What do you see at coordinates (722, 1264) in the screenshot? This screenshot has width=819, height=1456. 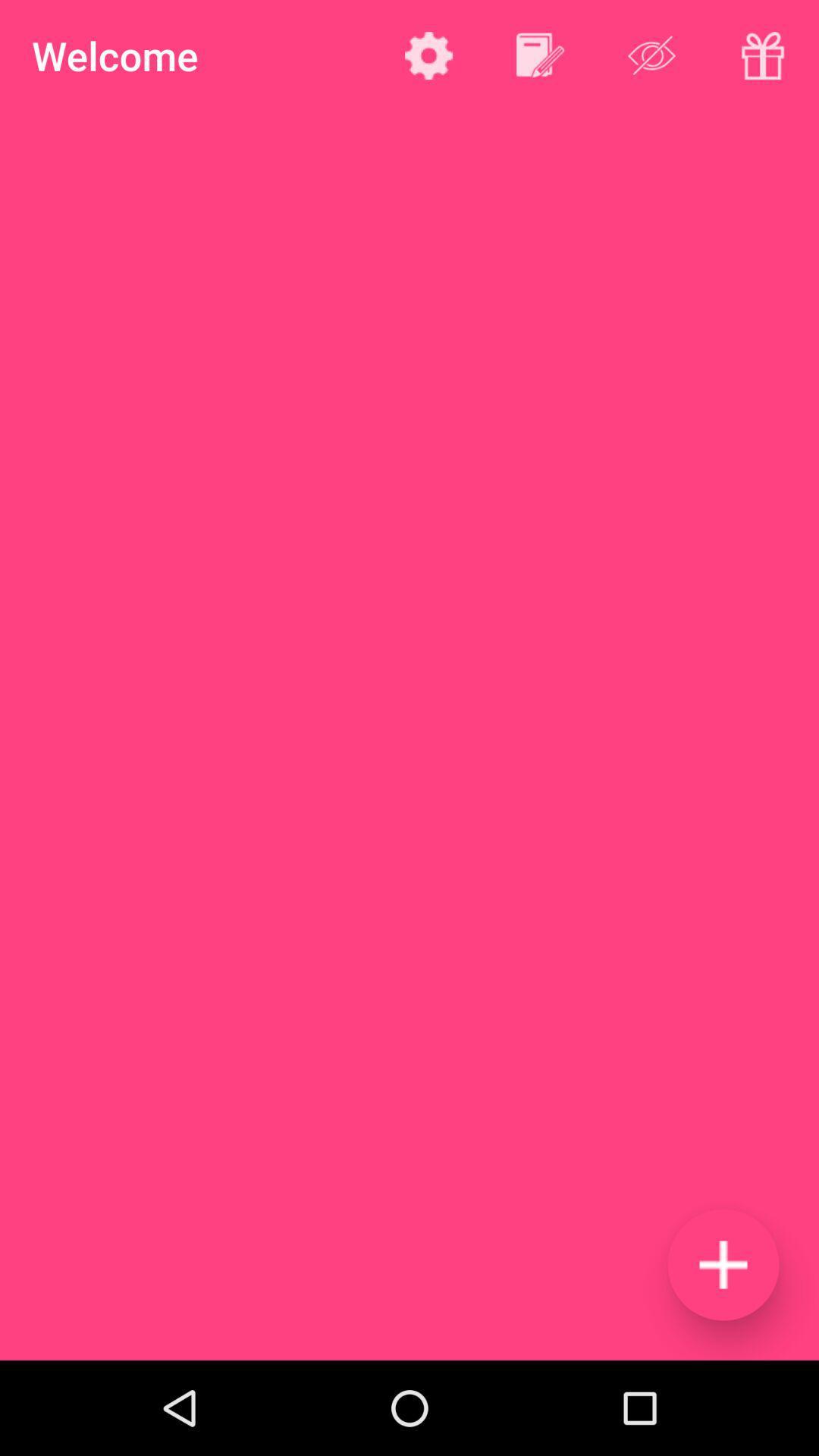 I see `a new item` at bounding box center [722, 1264].